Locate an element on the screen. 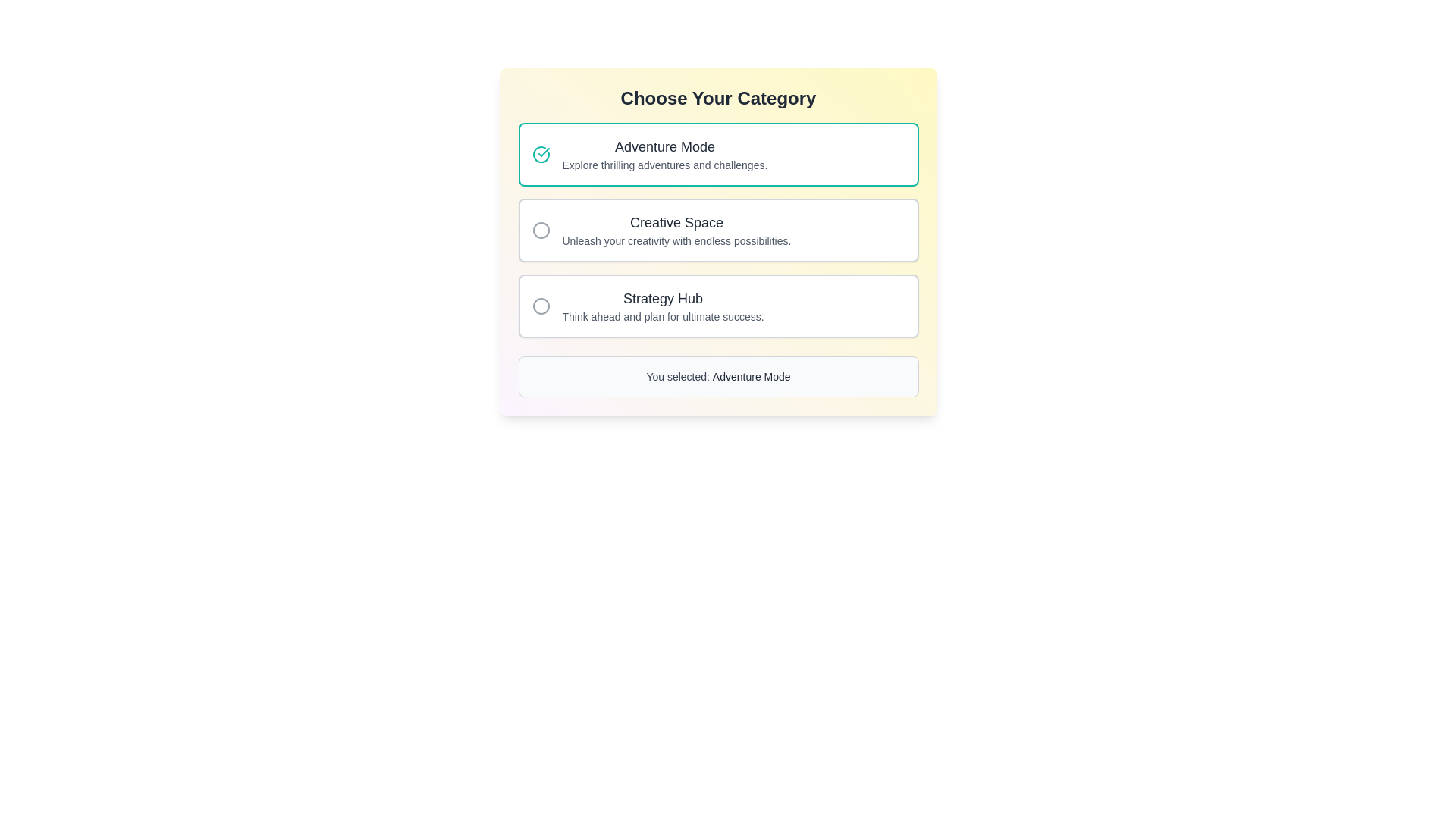 Image resolution: width=1456 pixels, height=819 pixels. the static text element displaying the message 'Think ahead and plan for ultimate success.' which is located below the header 'Strategy Hub' is located at coordinates (663, 315).